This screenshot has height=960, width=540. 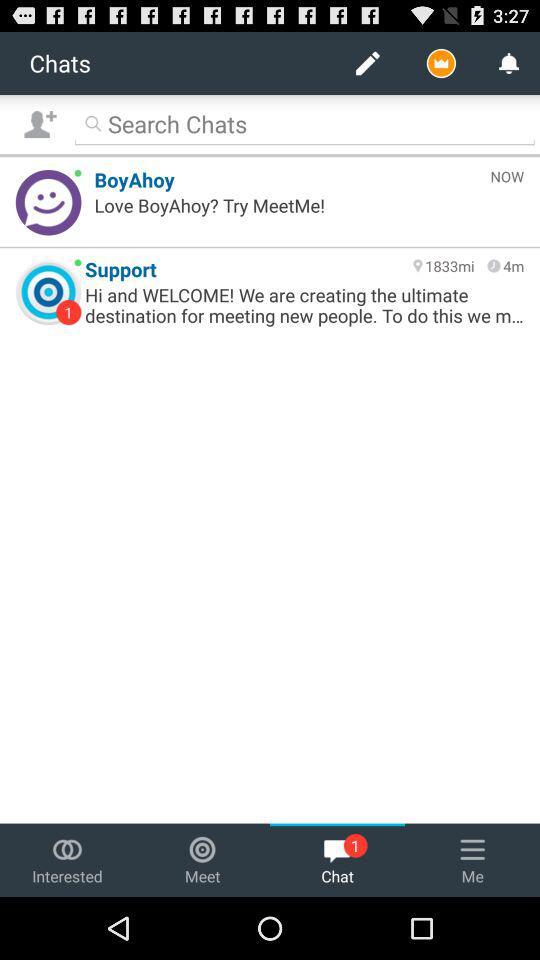 I want to click on the first icon which is left to the text boyahoy, so click(x=48, y=202).